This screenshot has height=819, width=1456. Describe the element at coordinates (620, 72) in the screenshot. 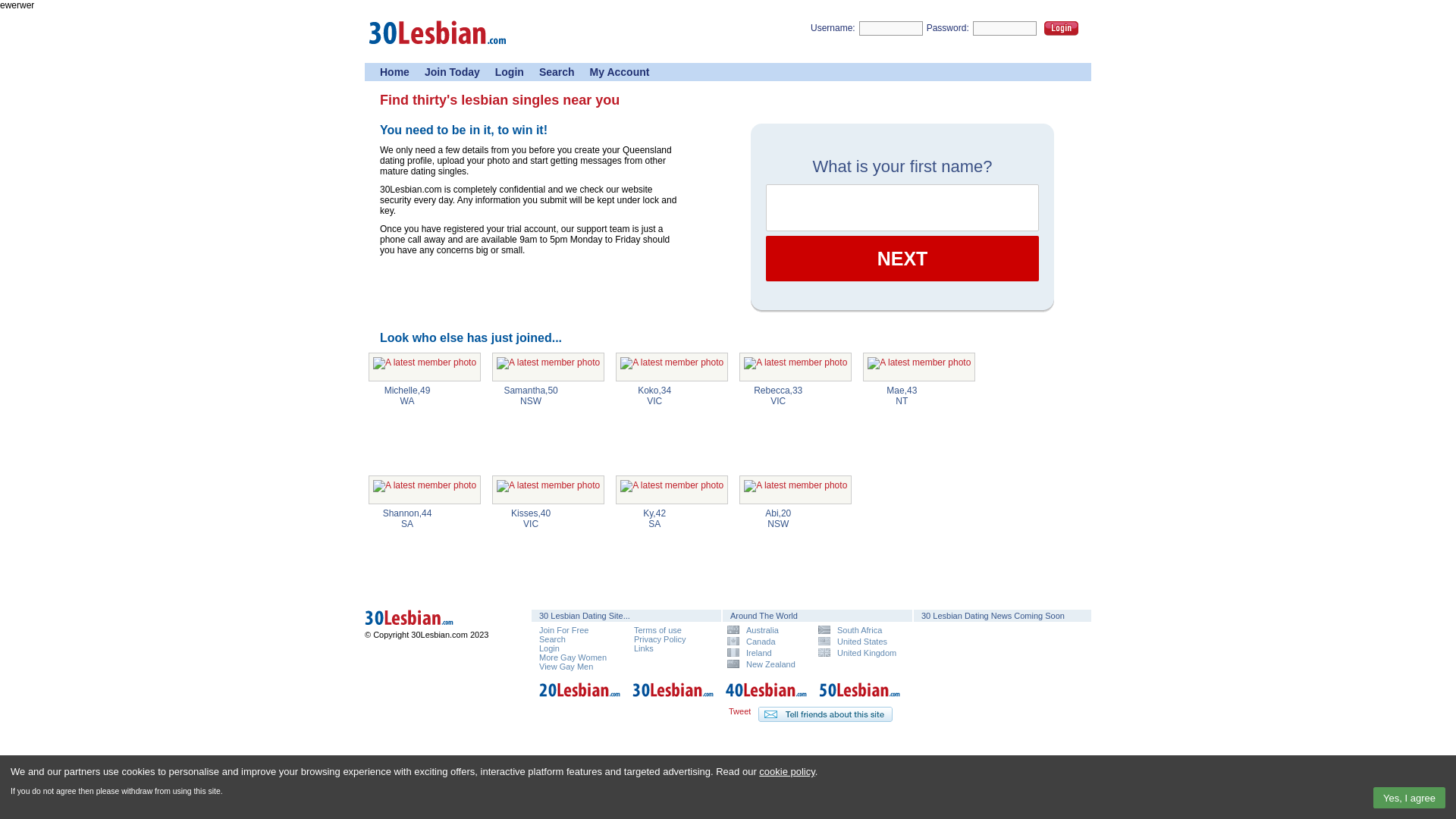

I see `'My Account'` at that location.